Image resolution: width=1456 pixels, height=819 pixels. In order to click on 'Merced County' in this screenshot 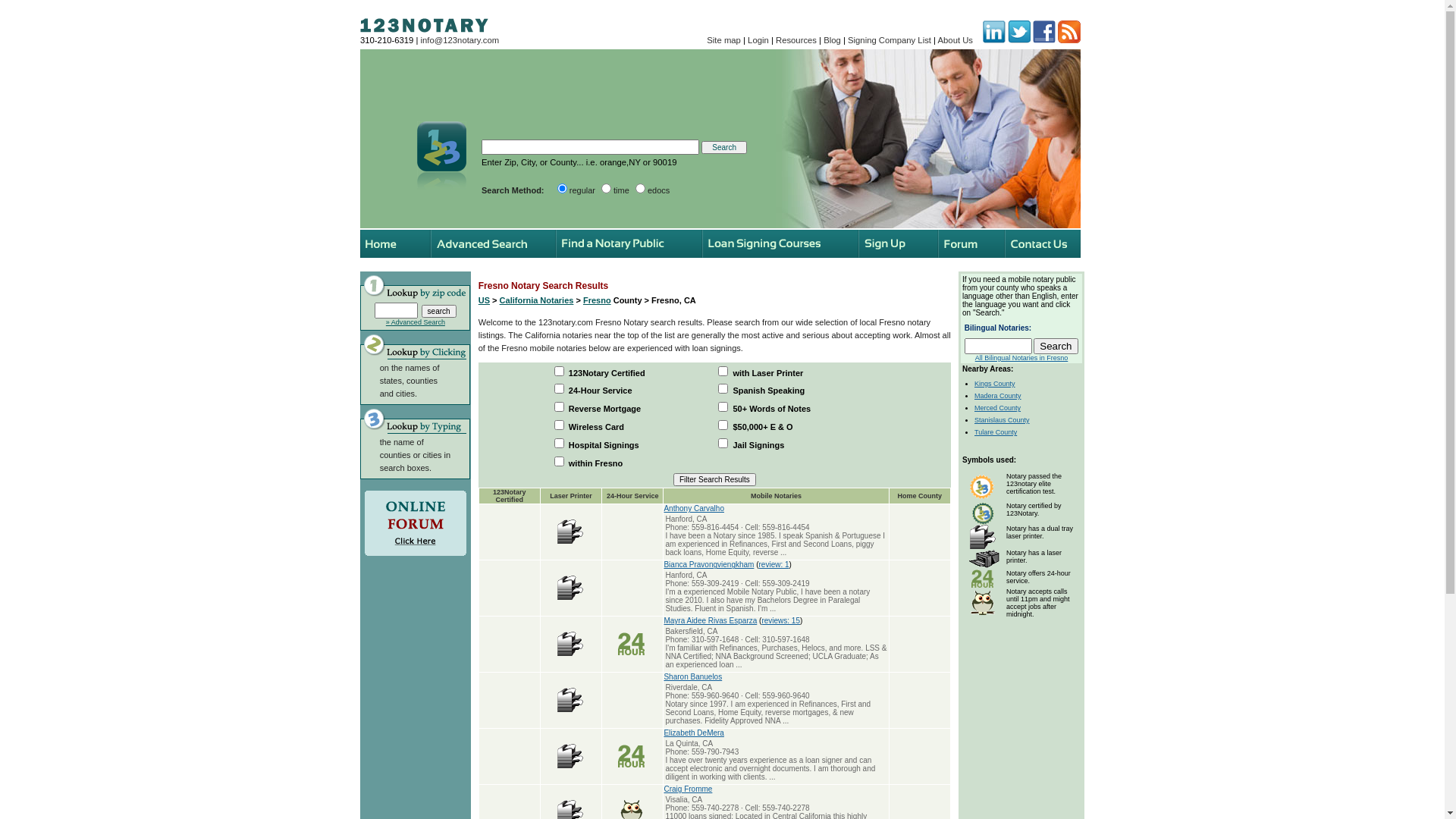, I will do `click(997, 406)`.